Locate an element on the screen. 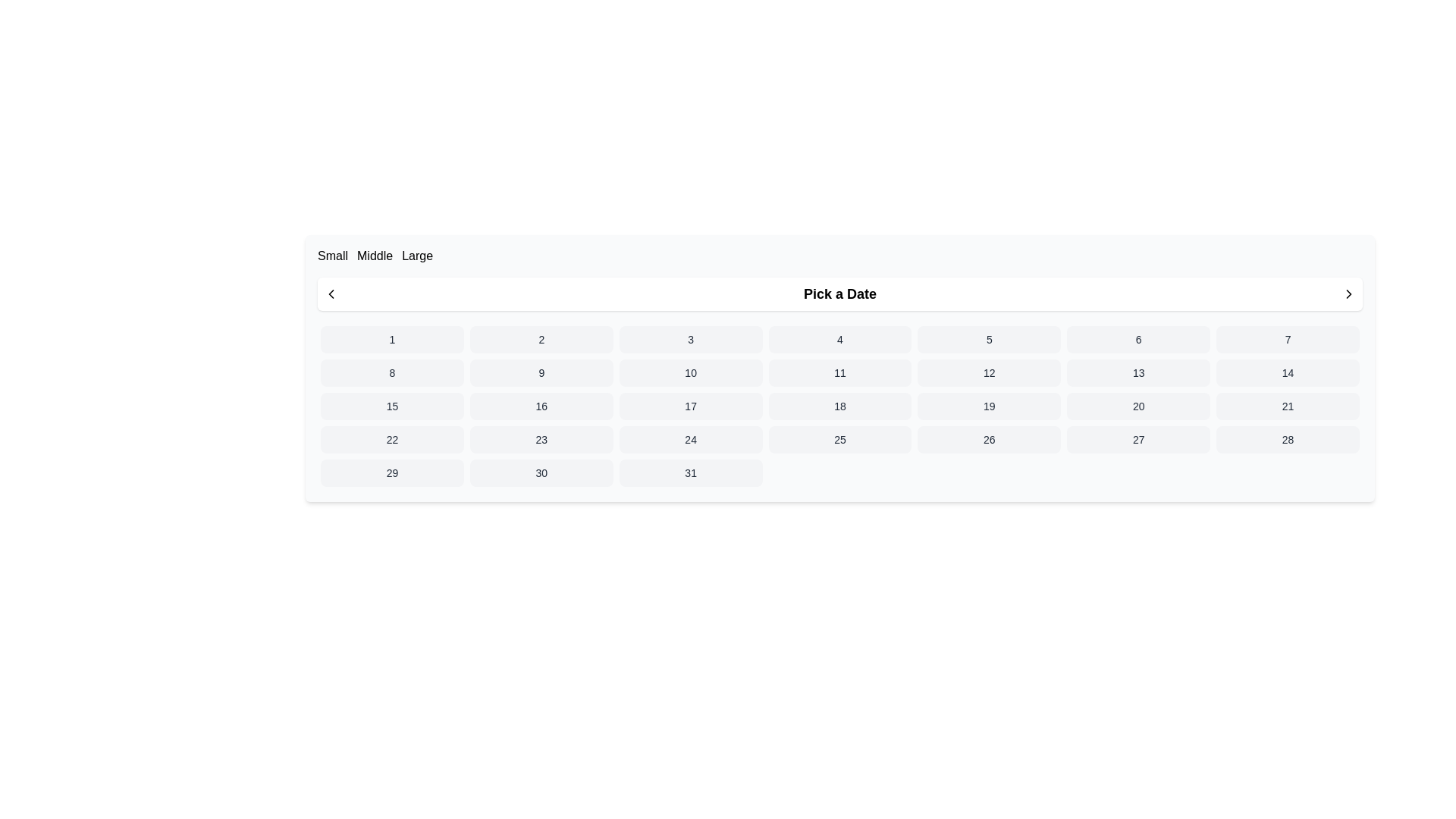 The width and height of the screenshot is (1456, 819). the button labeled '19' in the third row and fifth column of the date selection interface is located at coordinates (989, 406).